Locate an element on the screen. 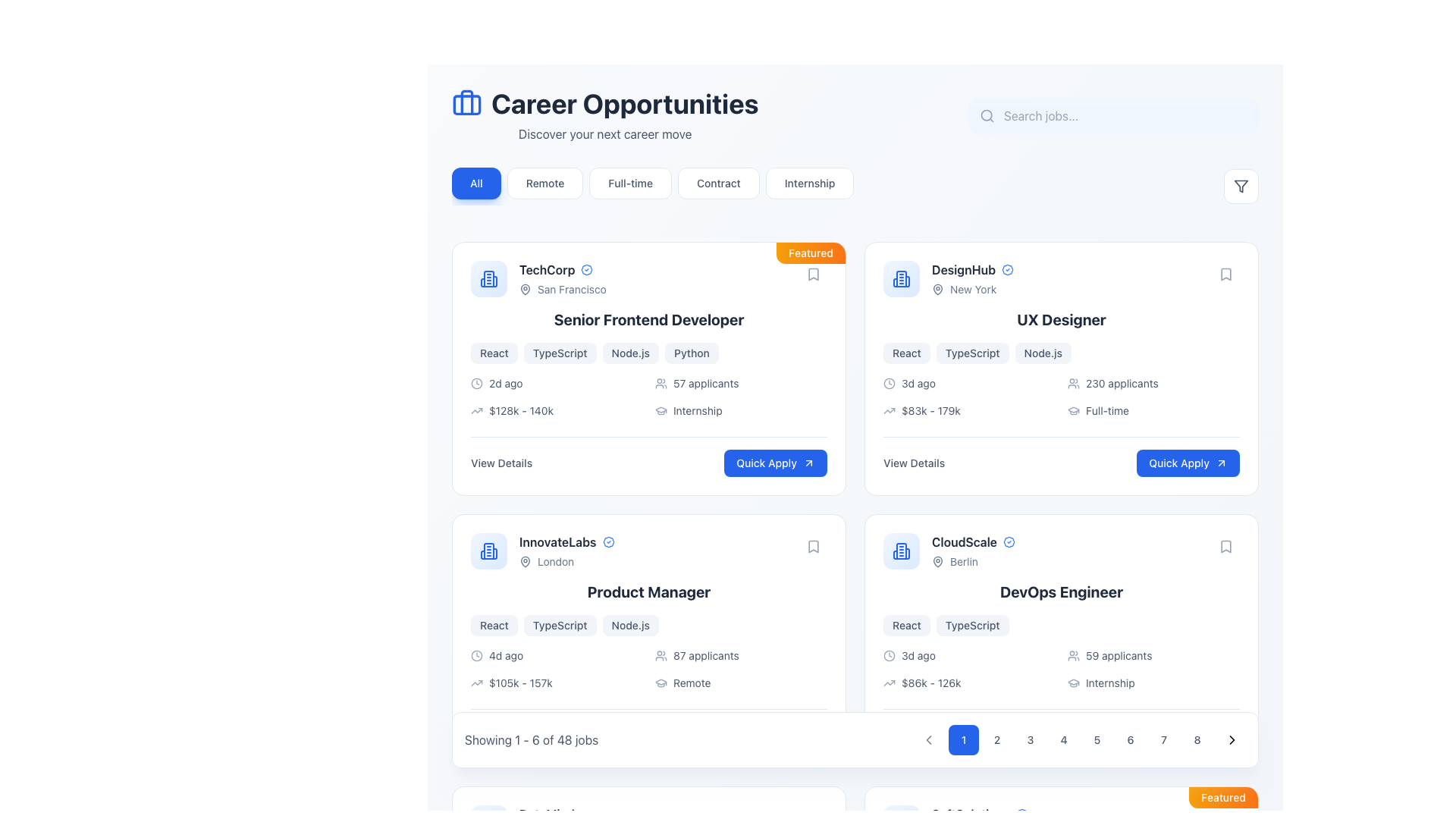  the left-pointing chevron icon button located in the pagination section is located at coordinates (927, 739).